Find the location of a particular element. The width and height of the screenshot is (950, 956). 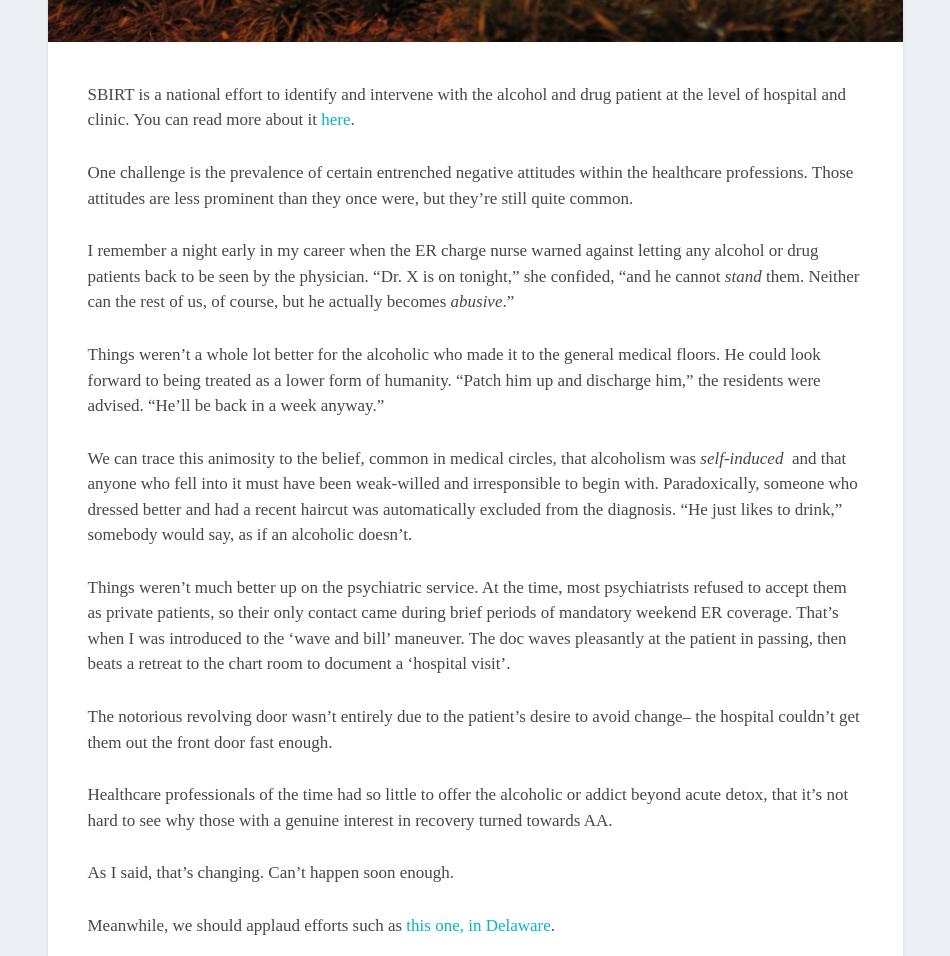

'Meanwhile, we should applaud efforts such as' is located at coordinates (87, 925).